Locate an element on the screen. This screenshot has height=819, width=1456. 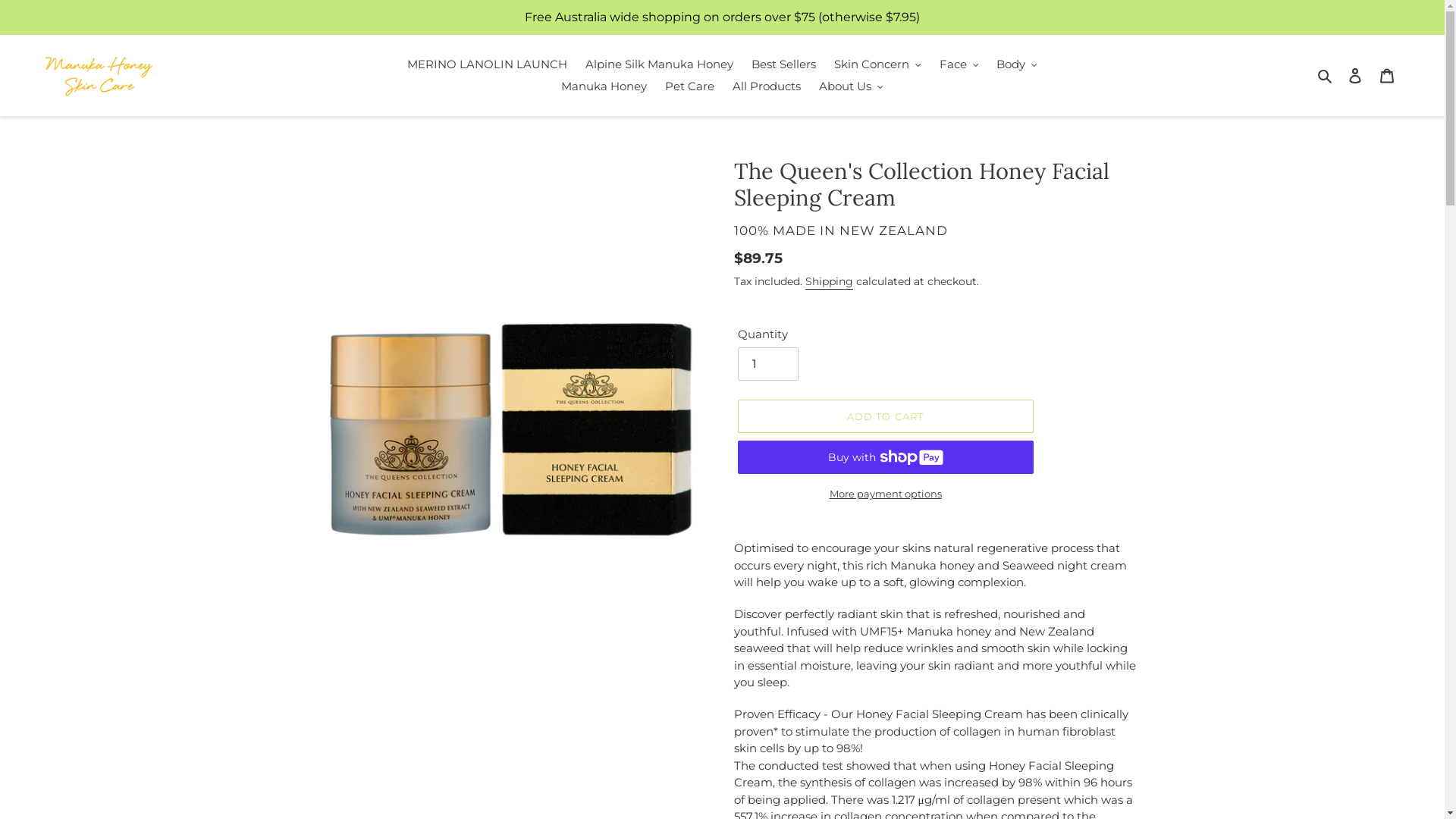
'Shipping' is located at coordinates (828, 281).